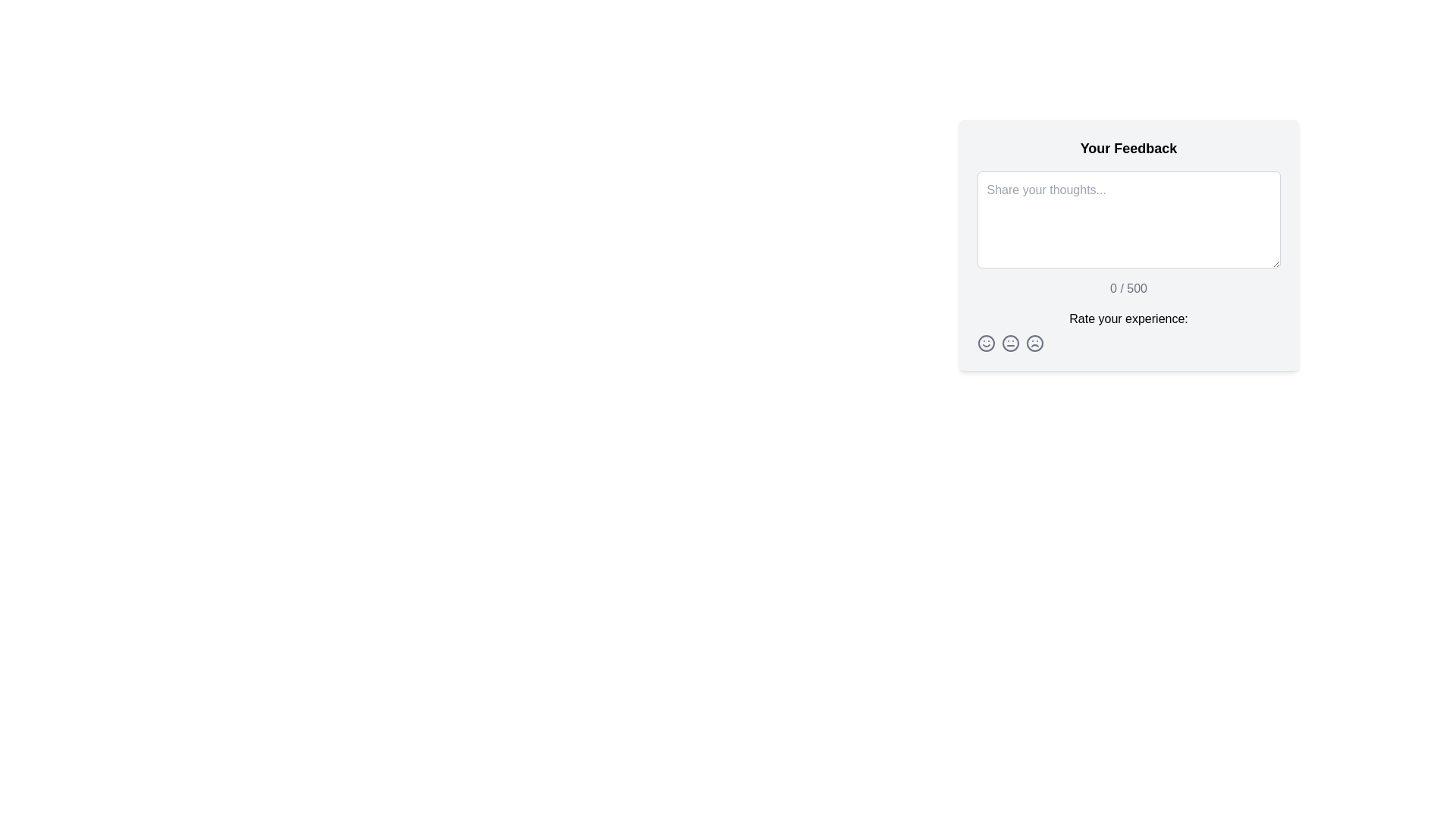 The height and width of the screenshot is (819, 1456). Describe the element at coordinates (1128, 149) in the screenshot. I see `title 'Your Feedback' which is a bold, medium-large header text positioned at the top of the feedback area in the feedback form` at that location.